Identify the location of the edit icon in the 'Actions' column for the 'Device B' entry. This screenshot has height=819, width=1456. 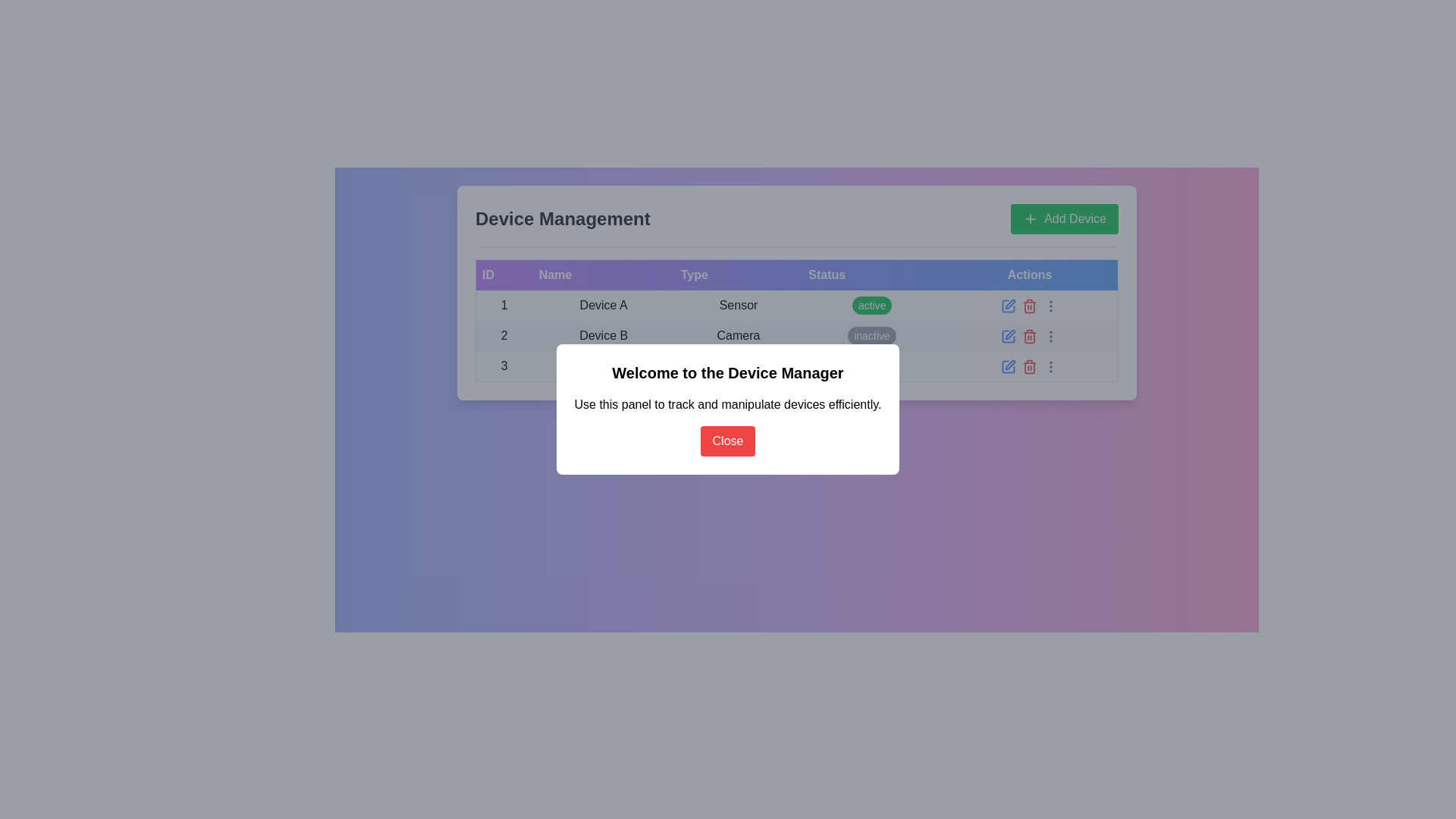
(1009, 365).